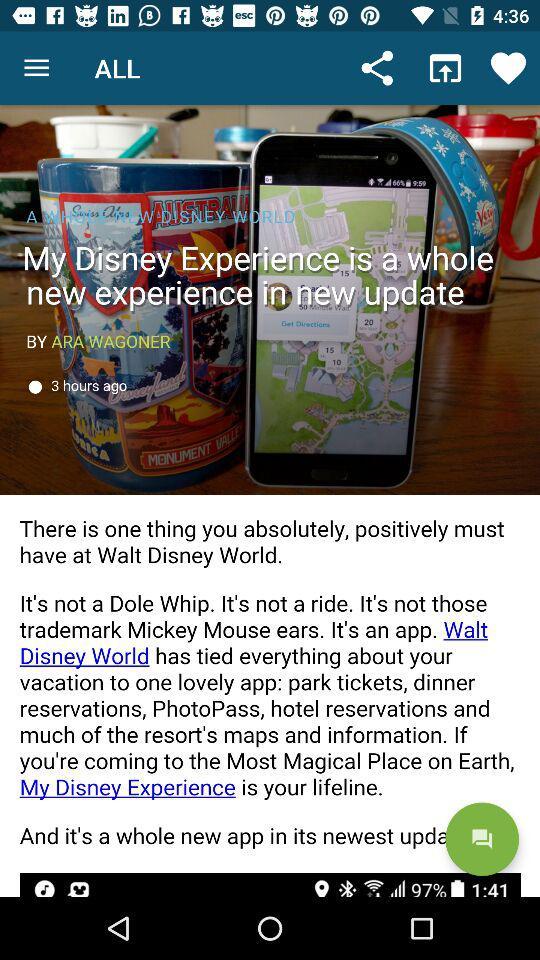 This screenshot has width=540, height=960. I want to click on the chat icon, so click(481, 839).